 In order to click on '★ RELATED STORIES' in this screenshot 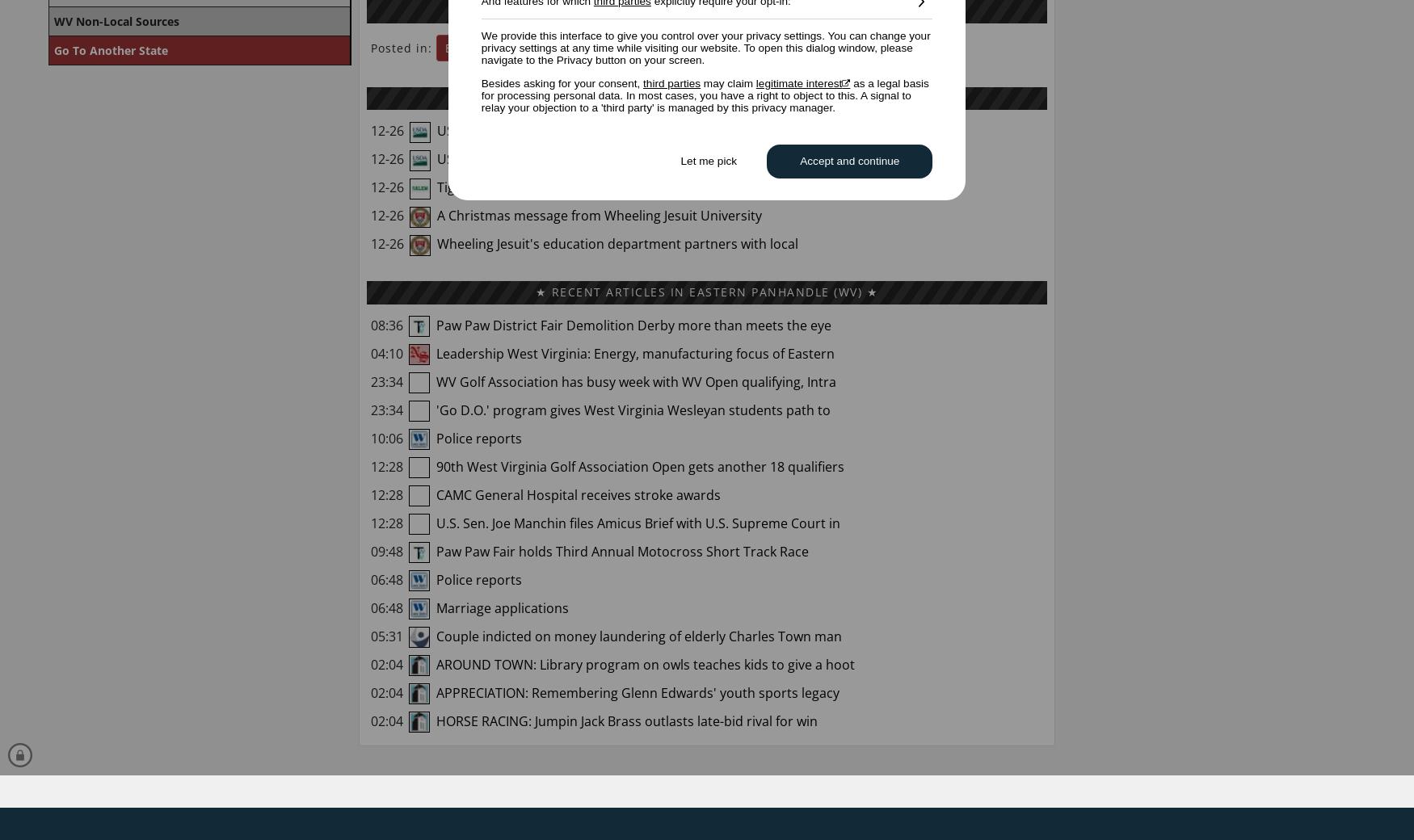, I will do `click(639, 96)`.